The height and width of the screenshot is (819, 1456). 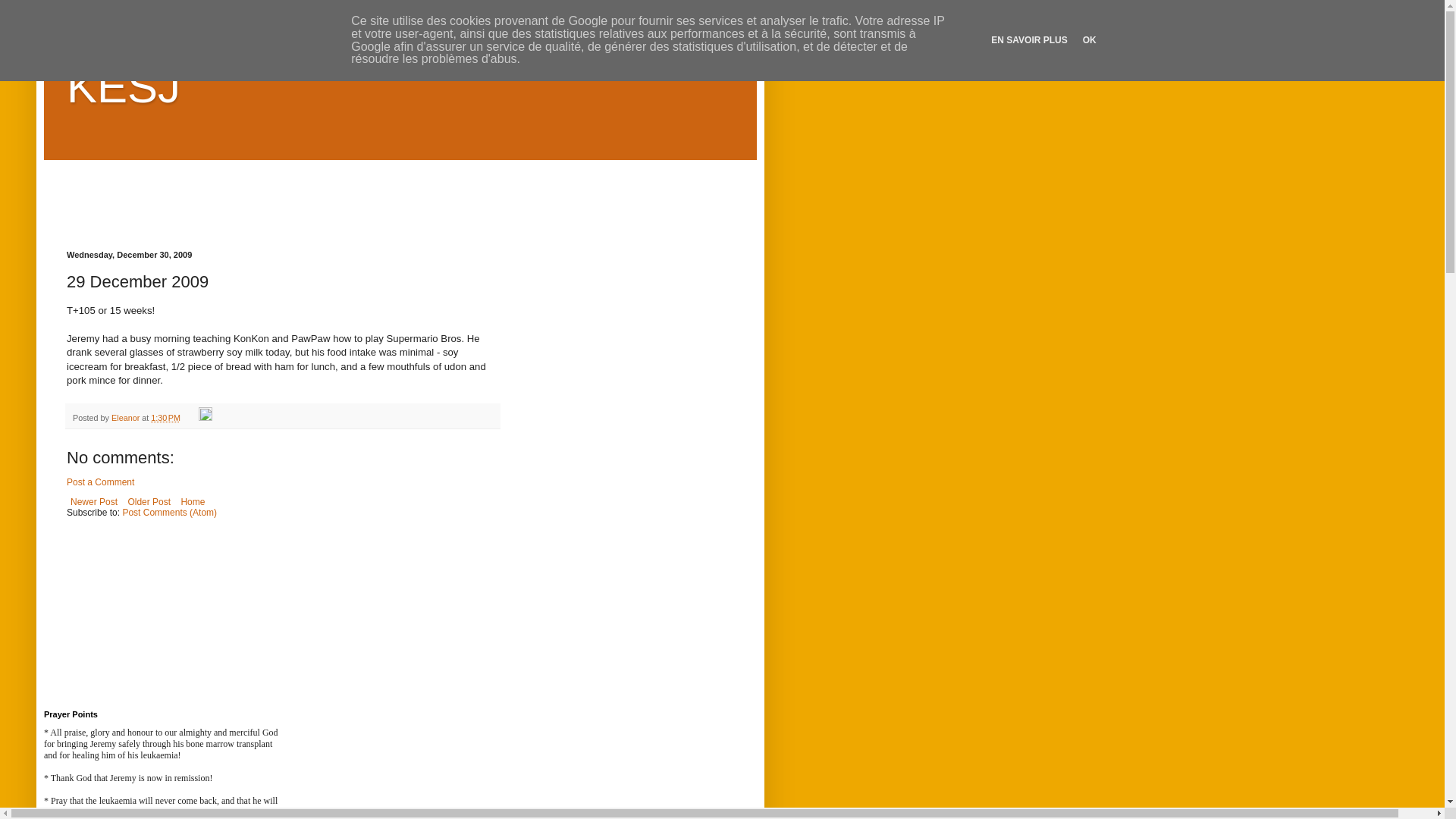 What do you see at coordinates (192, 502) in the screenshot?
I see `'Home'` at bounding box center [192, 502].